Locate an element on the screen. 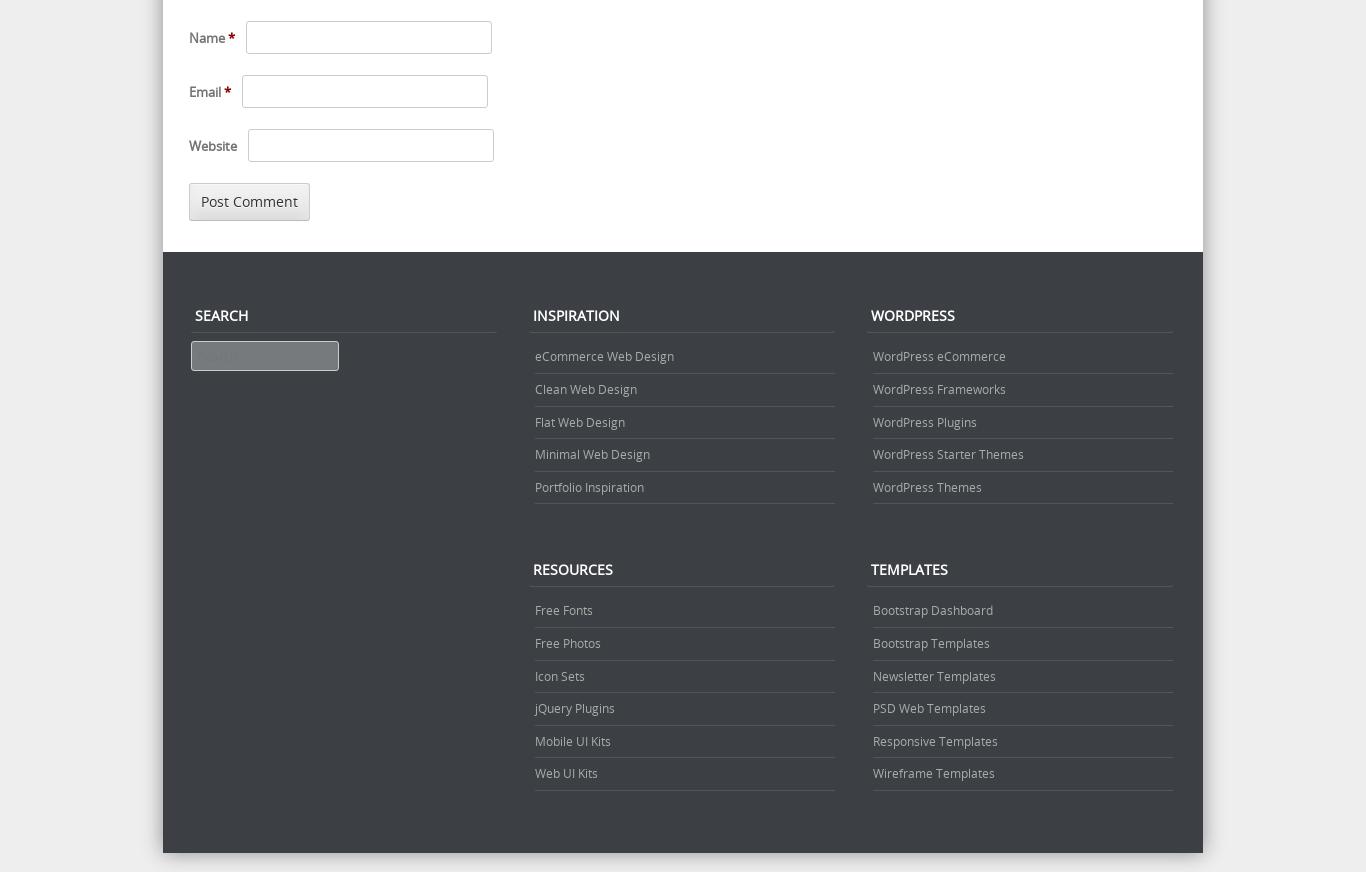 Image resolution: width=1366 pixels, height=872 pixels. 'WordPress eCommerce' is located at coordinates (939, 356).